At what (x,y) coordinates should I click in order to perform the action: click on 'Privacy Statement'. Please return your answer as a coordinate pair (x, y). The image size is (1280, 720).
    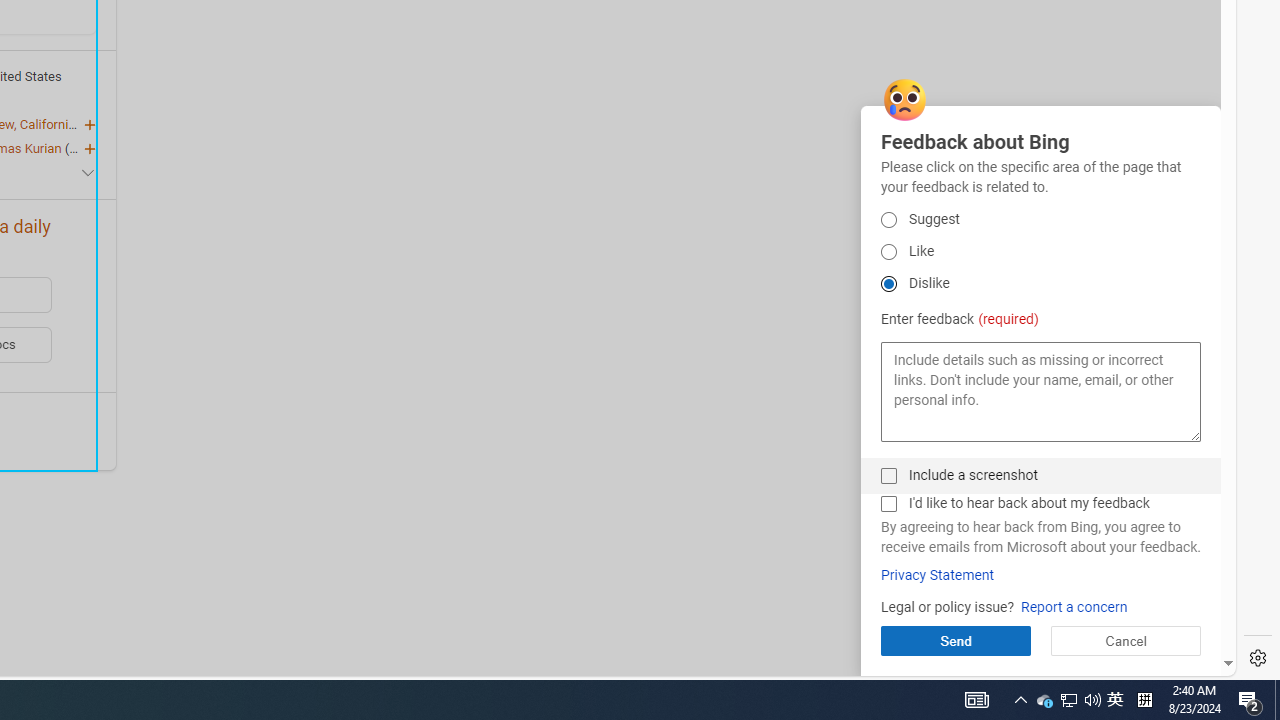
    Looking at the image, I should click on (936, 575).